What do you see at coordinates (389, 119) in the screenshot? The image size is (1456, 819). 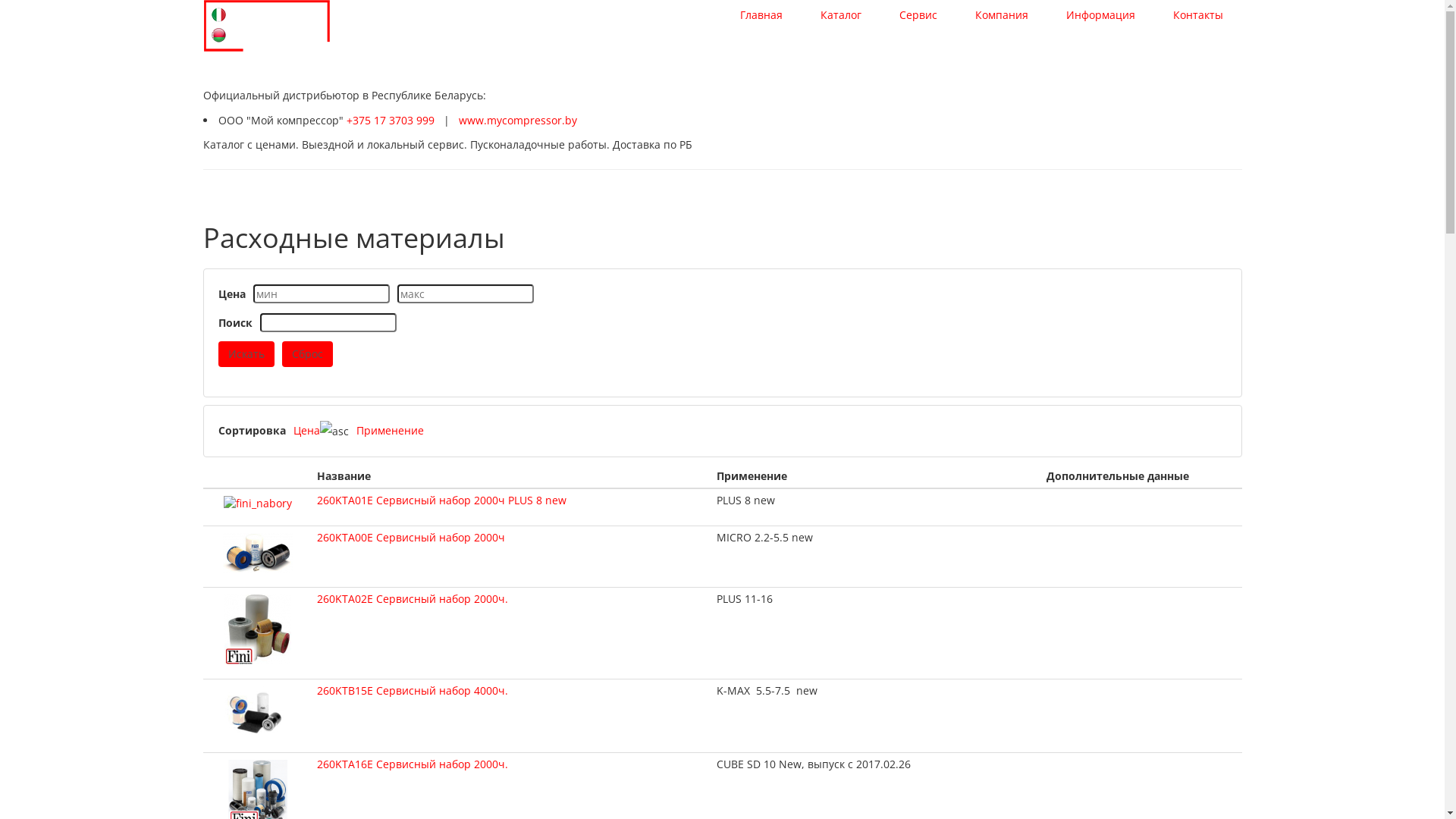 I see `'+375 17 3703 999'` at bounding box center [389, 119].